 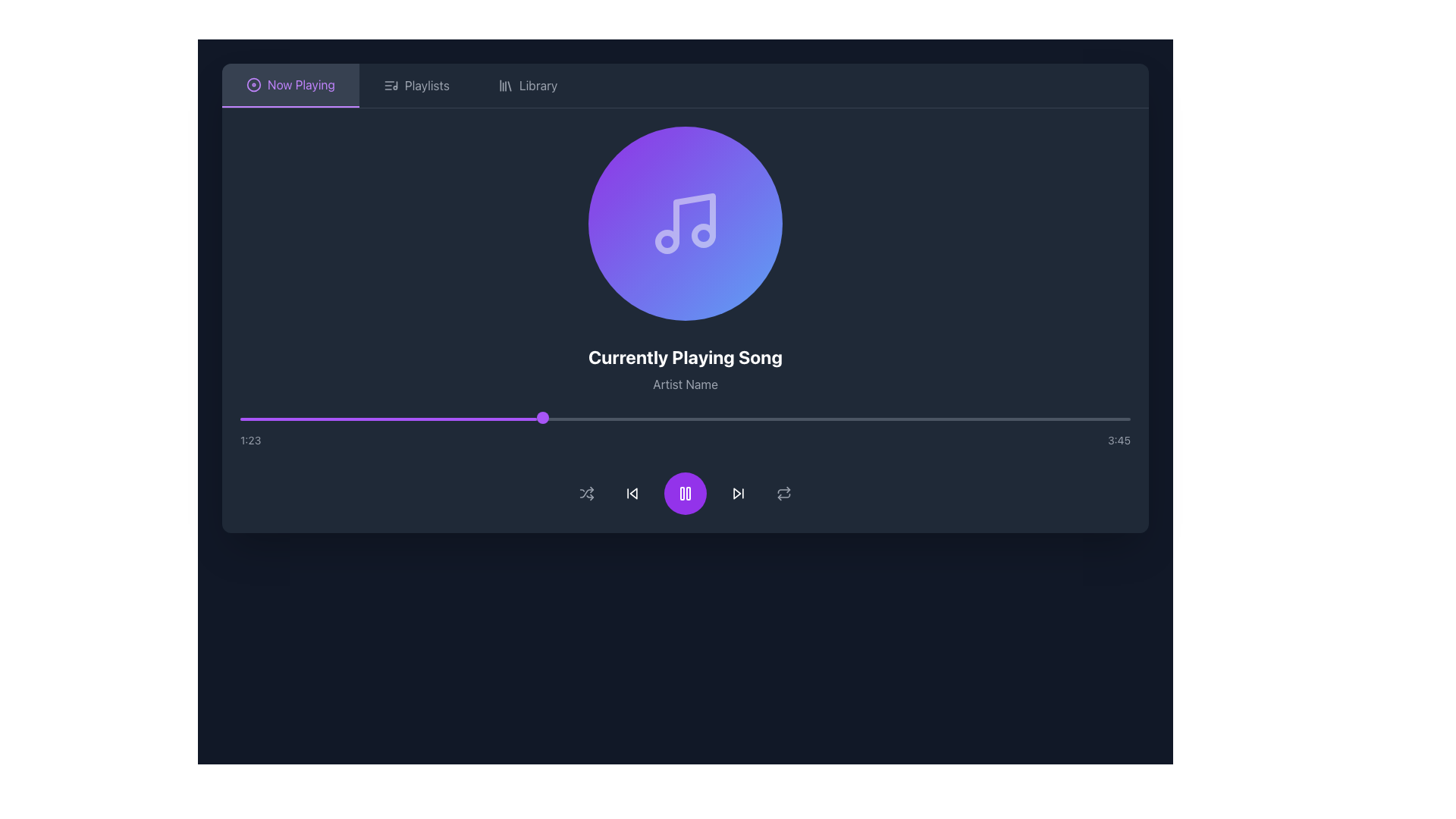 I want to click on the playback position, so click(x=551, y=419).